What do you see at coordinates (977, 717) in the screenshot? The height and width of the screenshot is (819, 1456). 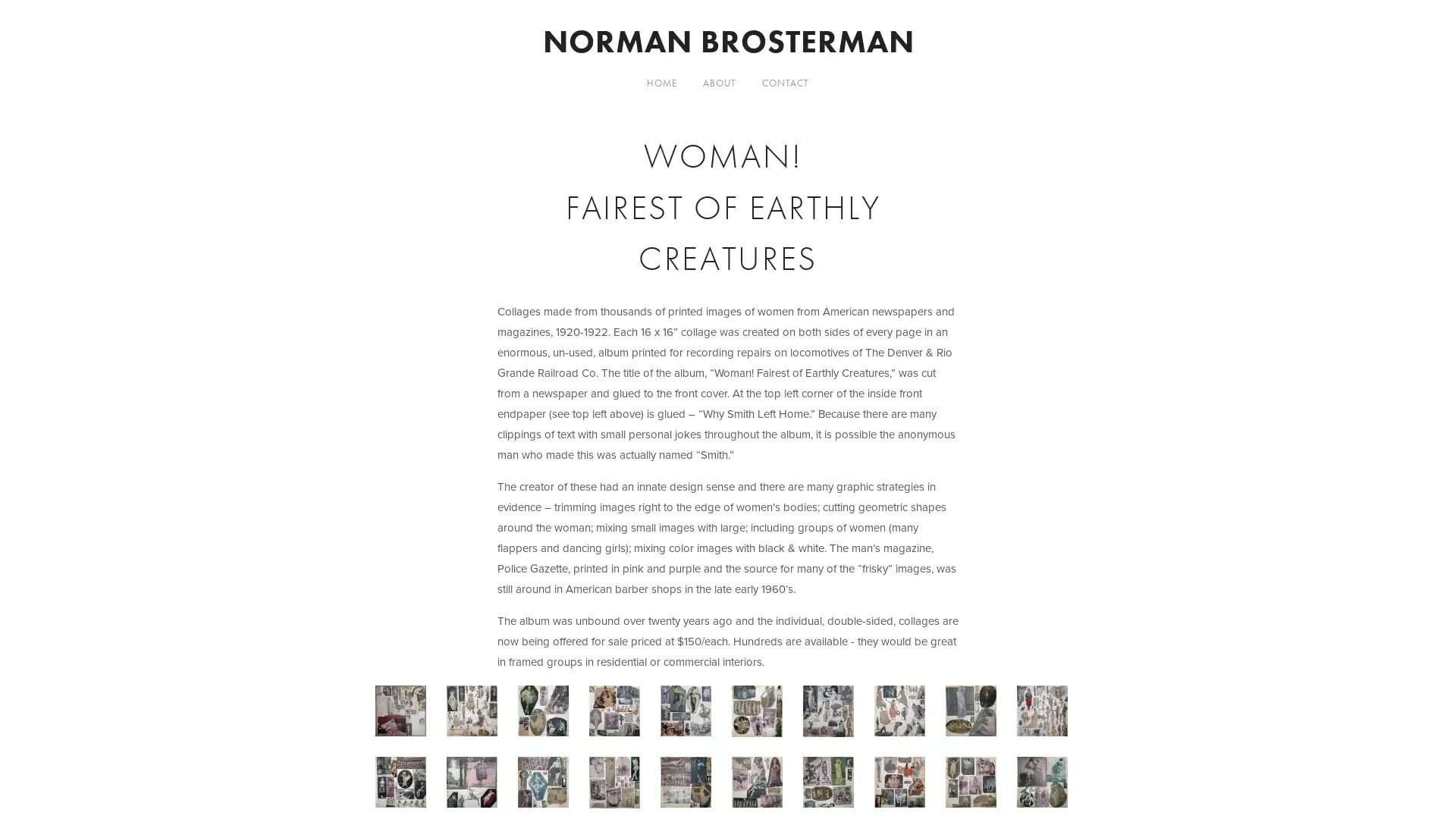 I see `View fullsize Smith 36.jpg` at bounding box center [977, 717].